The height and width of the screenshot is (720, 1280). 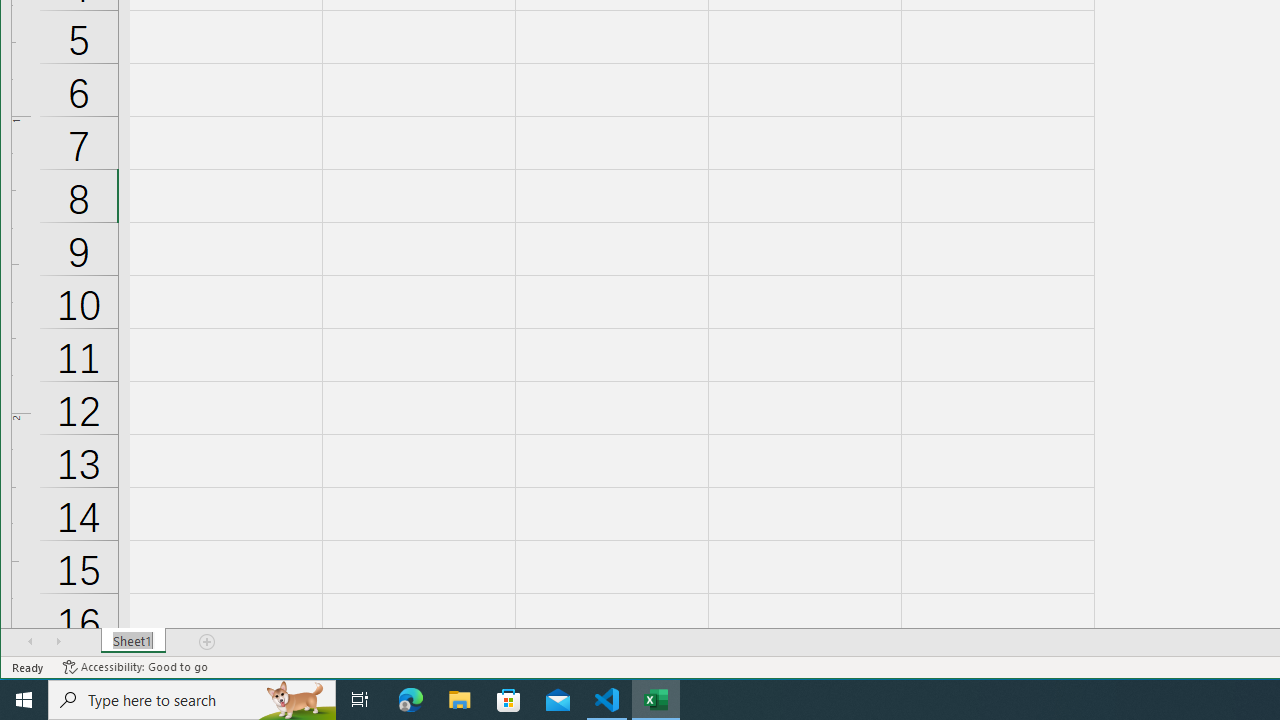 I want to click on 'Task View', so click(x=359, y=698).